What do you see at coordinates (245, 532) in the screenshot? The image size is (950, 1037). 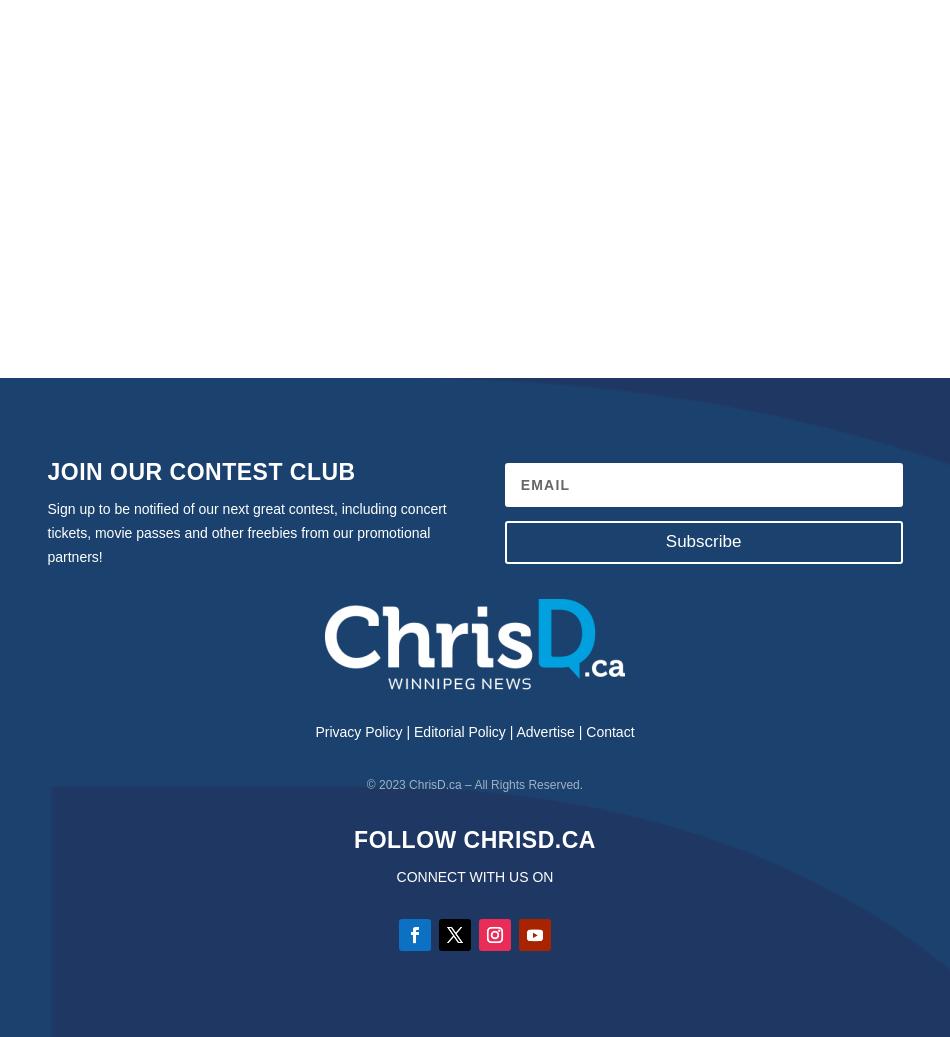 I see `'Sign up to be notified of our next great contest, including concert tickets, movie passes and other freebies from our promotional partners!'` at bounding box center [245, 532].